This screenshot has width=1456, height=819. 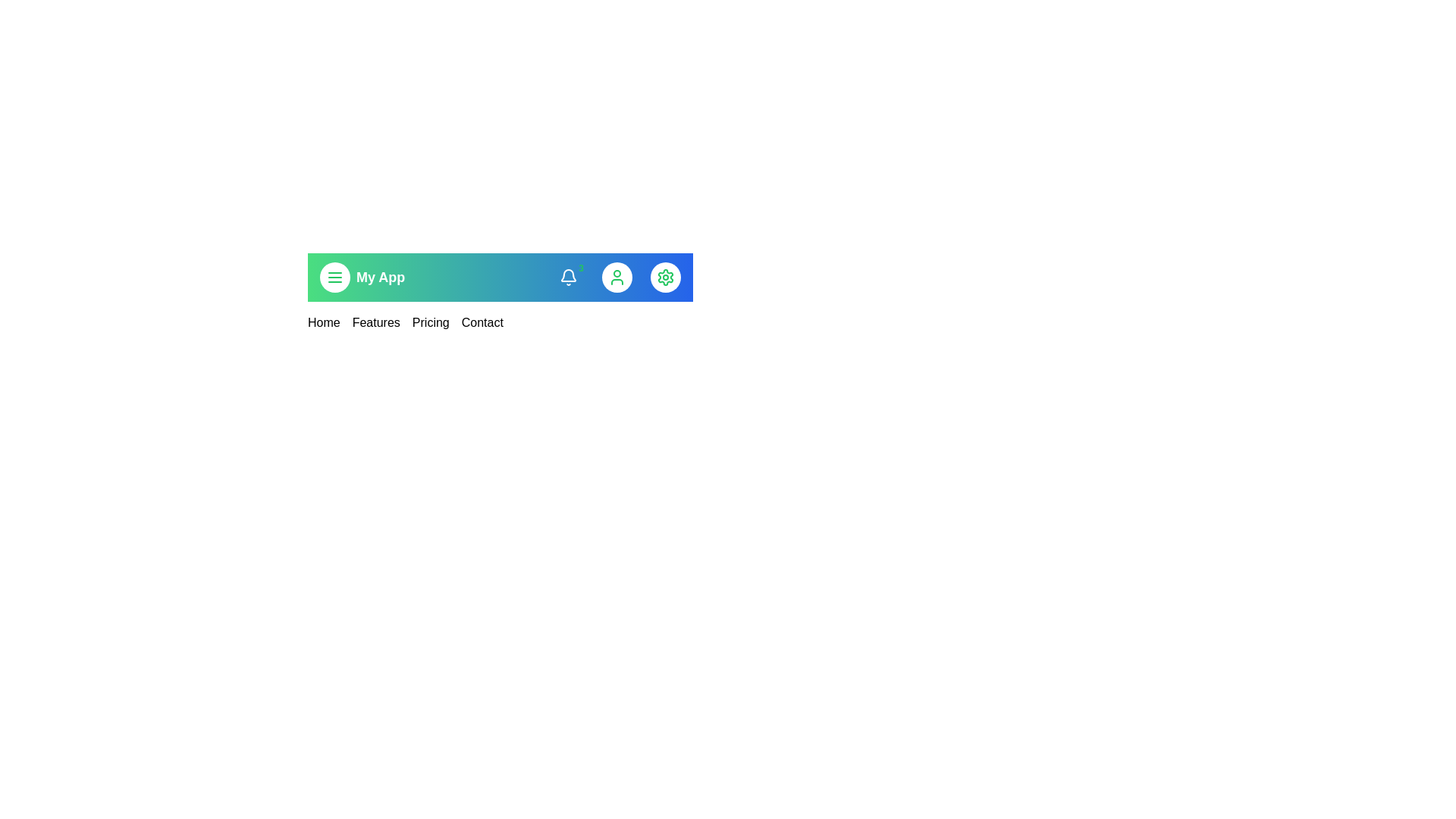 I want to click on the menu link corresponding to Home, so click(x=323, y=322).